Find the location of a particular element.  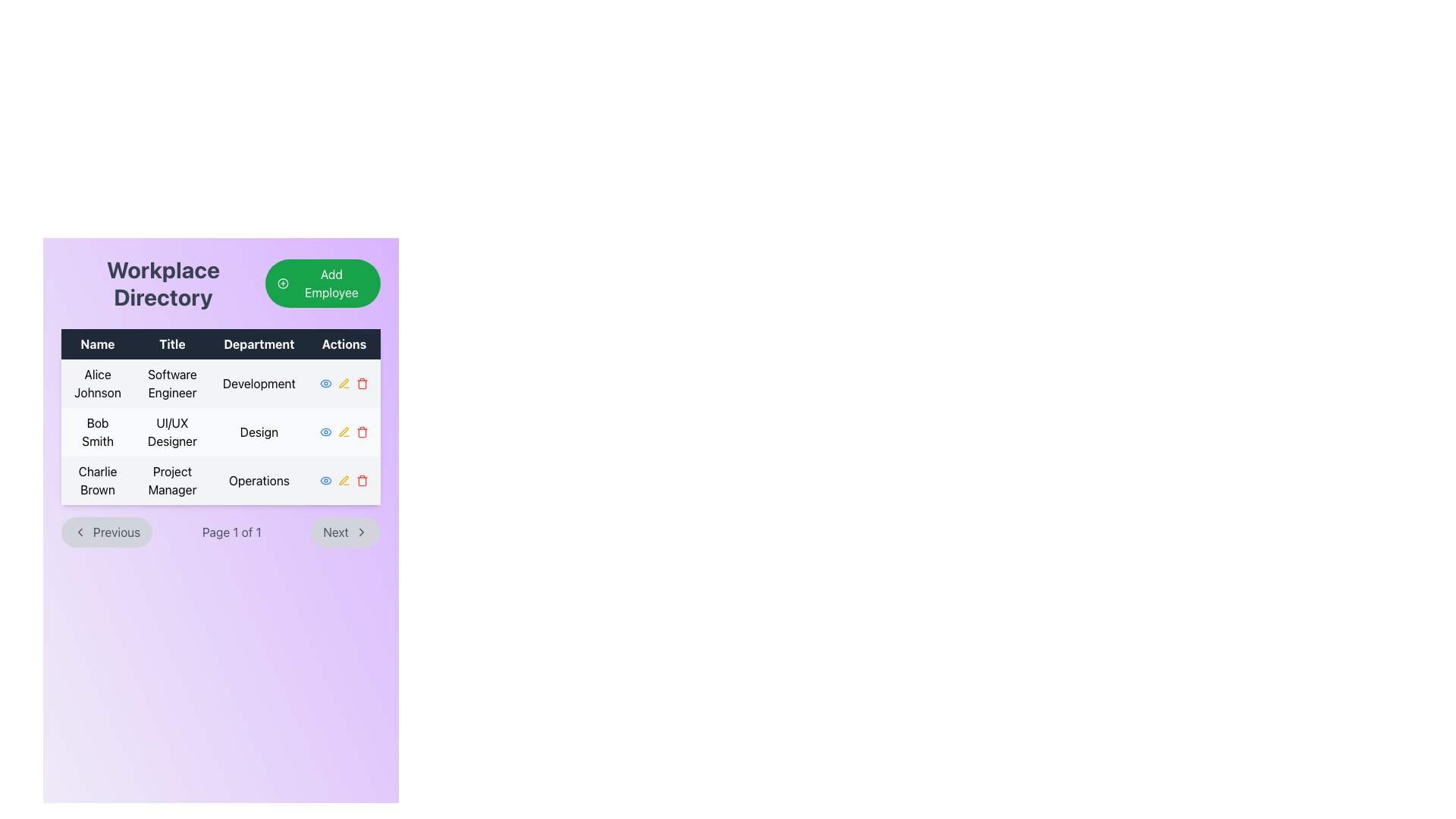

the second row of the employee table displaying Bob Smith's information to edit it in-place is located at coordinates (220, 432).